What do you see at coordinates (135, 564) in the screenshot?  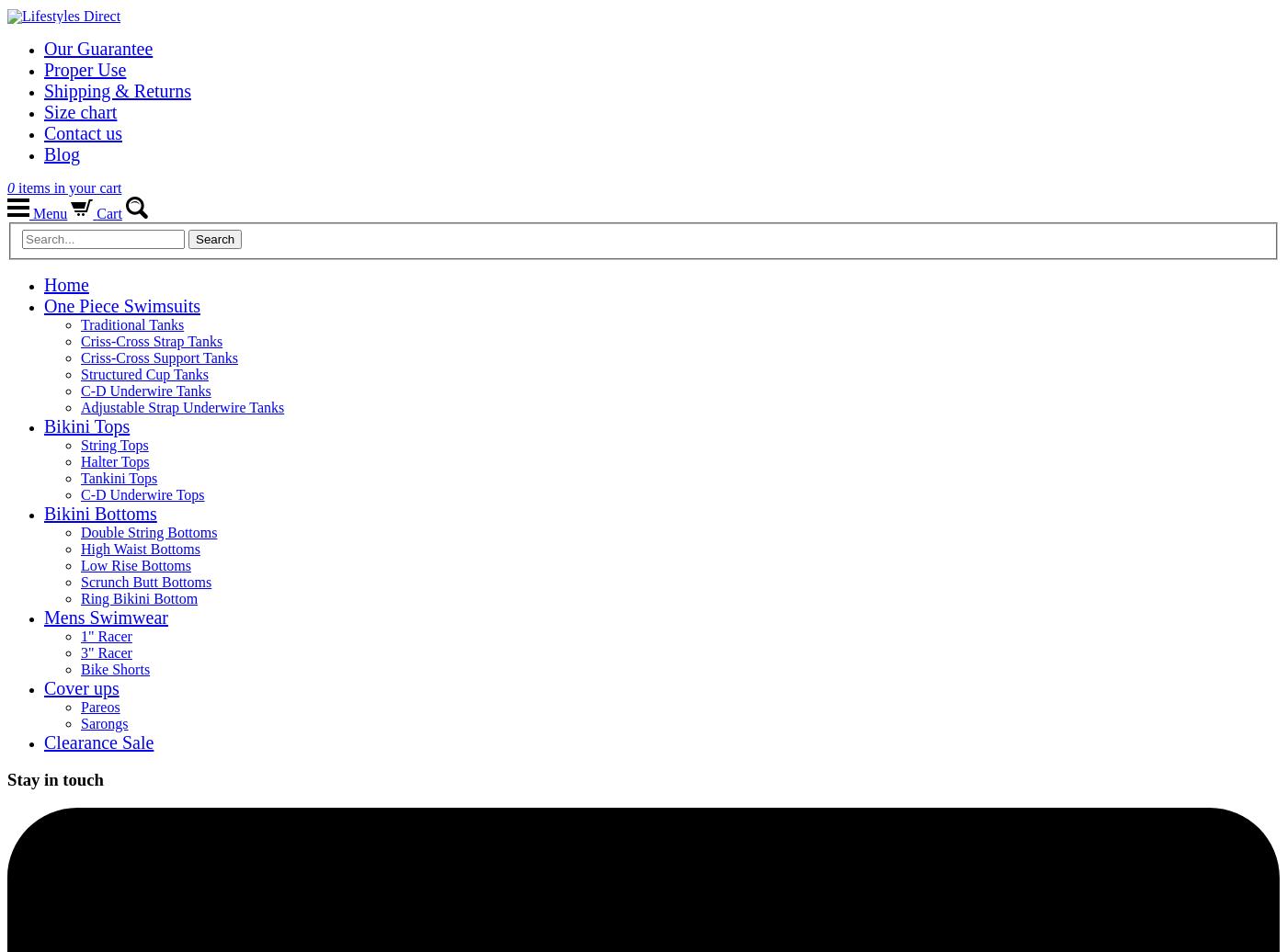 I see `'Low Rise Bottoms'` at bounding box center [135, 564].